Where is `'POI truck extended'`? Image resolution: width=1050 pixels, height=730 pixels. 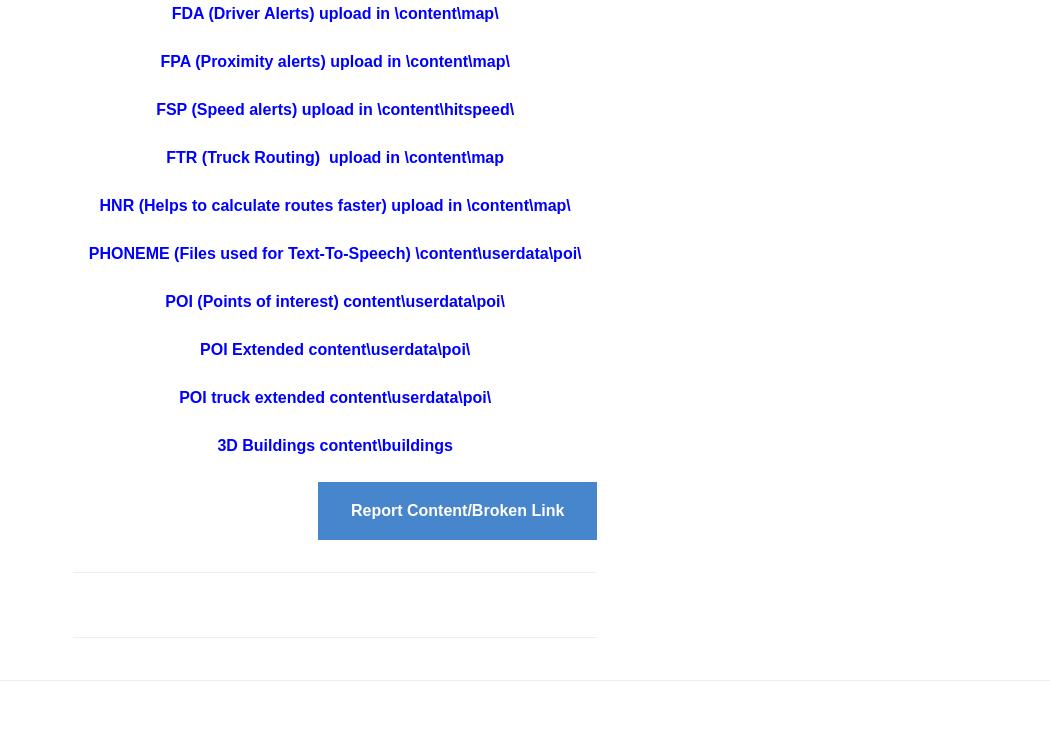 'POI truck extended' is located at coordinates (253, 396).